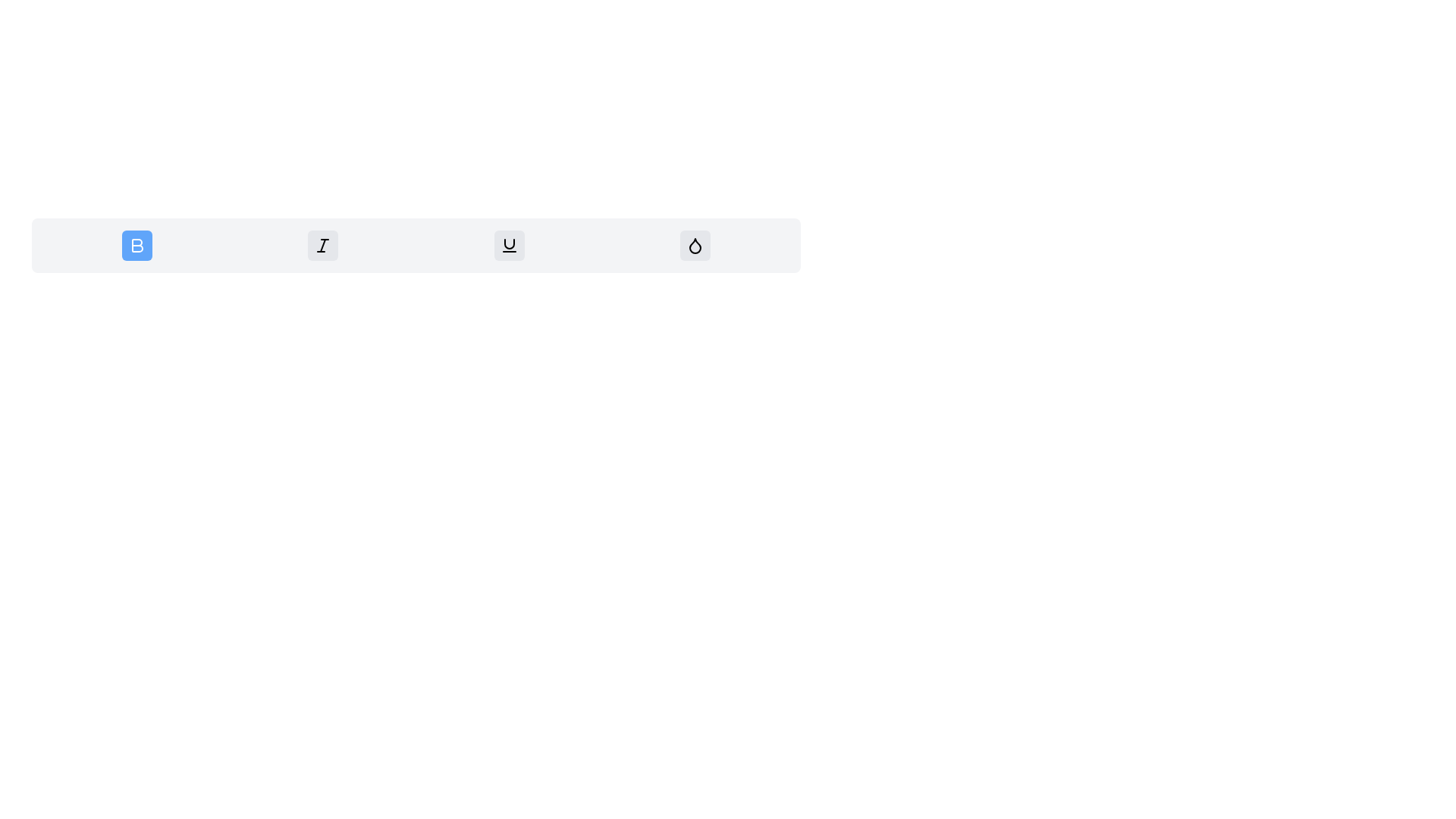 This screenshot has width=1456, height=819. Describe the element at coordinates (137, 245) in the screenshot. I see `the button icon styled in blue with the letter 'B' in a bold font` at that location.